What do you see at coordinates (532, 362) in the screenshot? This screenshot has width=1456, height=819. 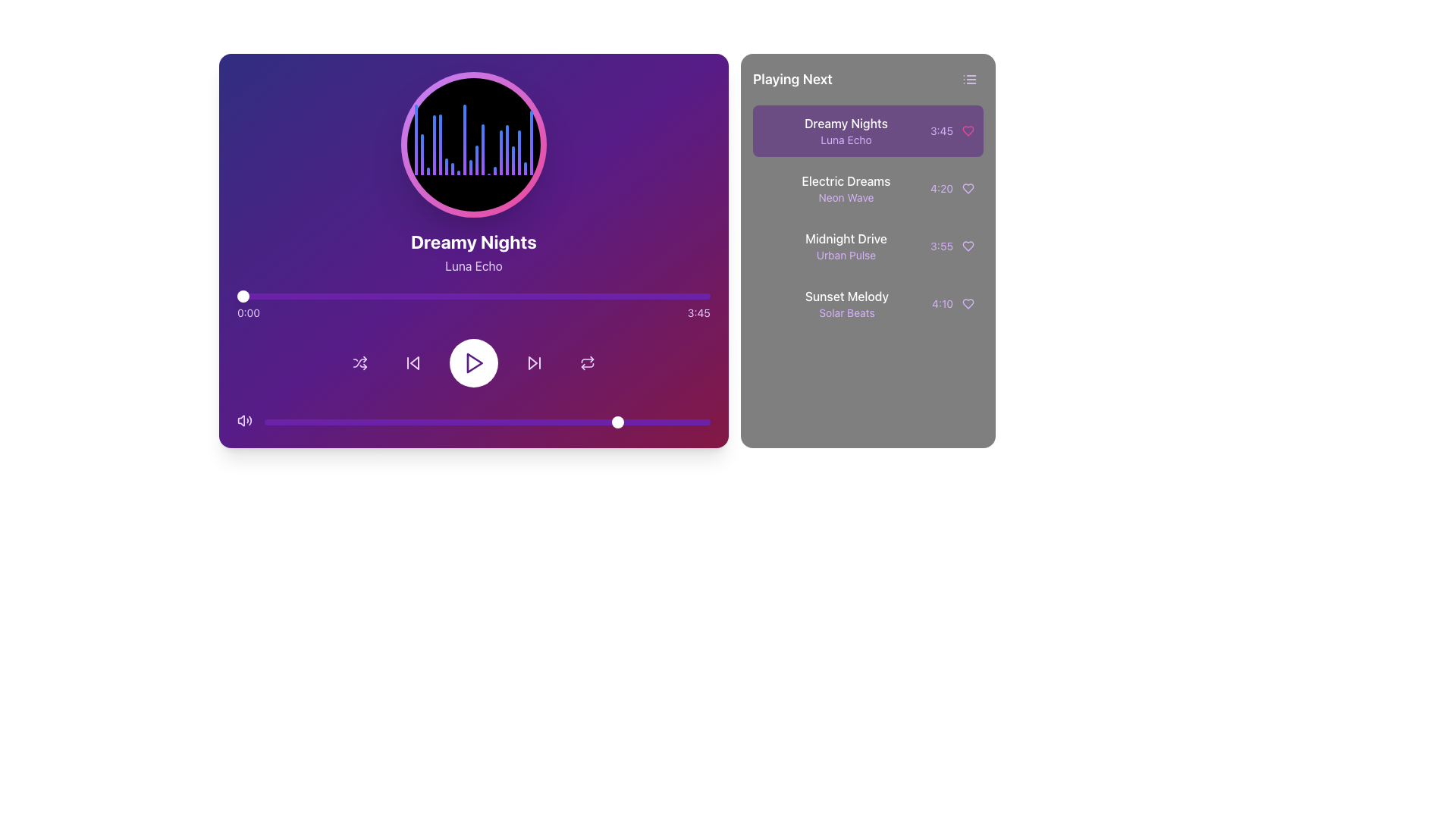 I see `the 'skip forward' button-like icon located within the SVG element to advance to the next track or chapter in the media player interface` at bounding box center [532, 362].